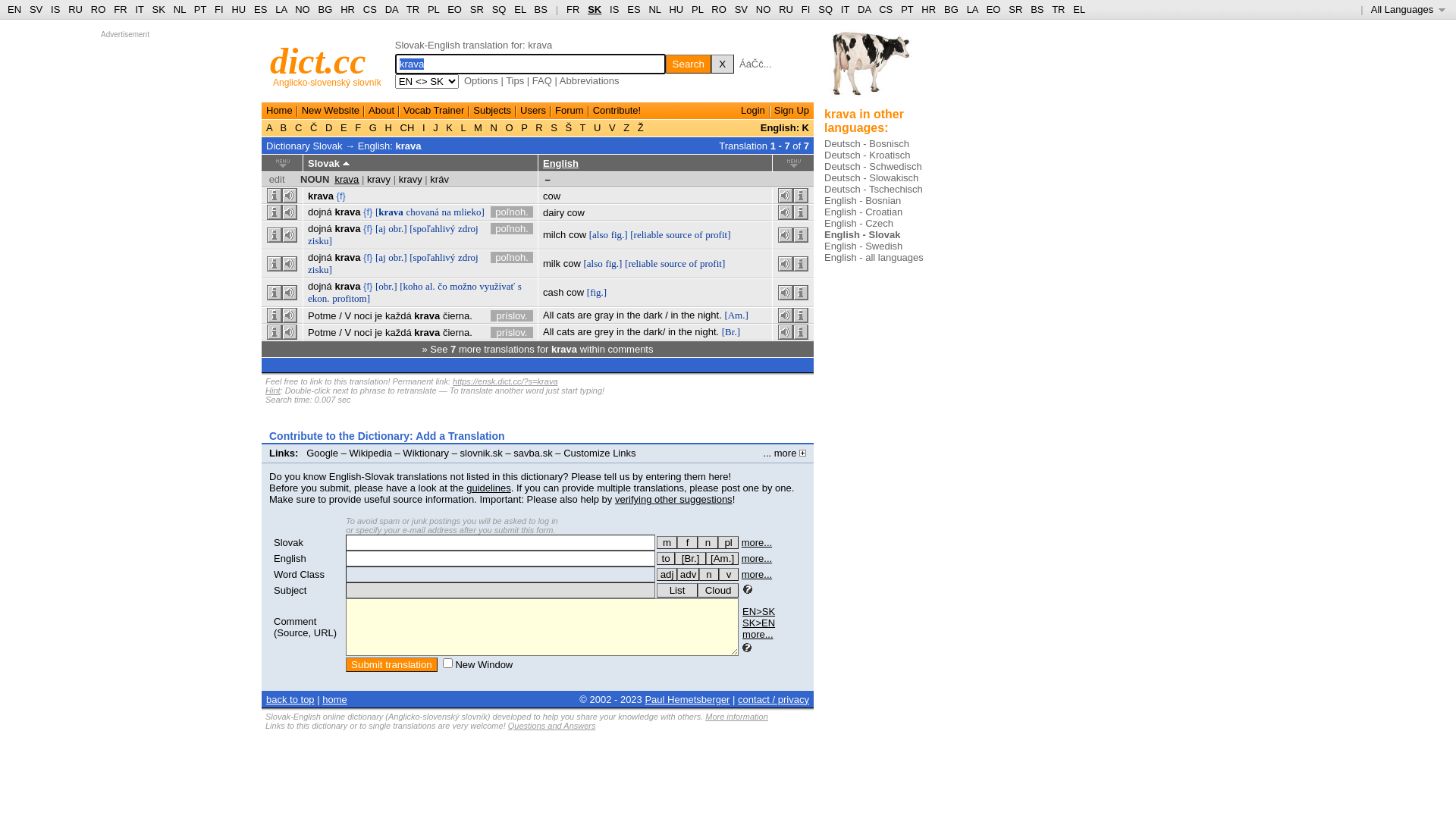  I want to click on '[also', so click(591, 262).